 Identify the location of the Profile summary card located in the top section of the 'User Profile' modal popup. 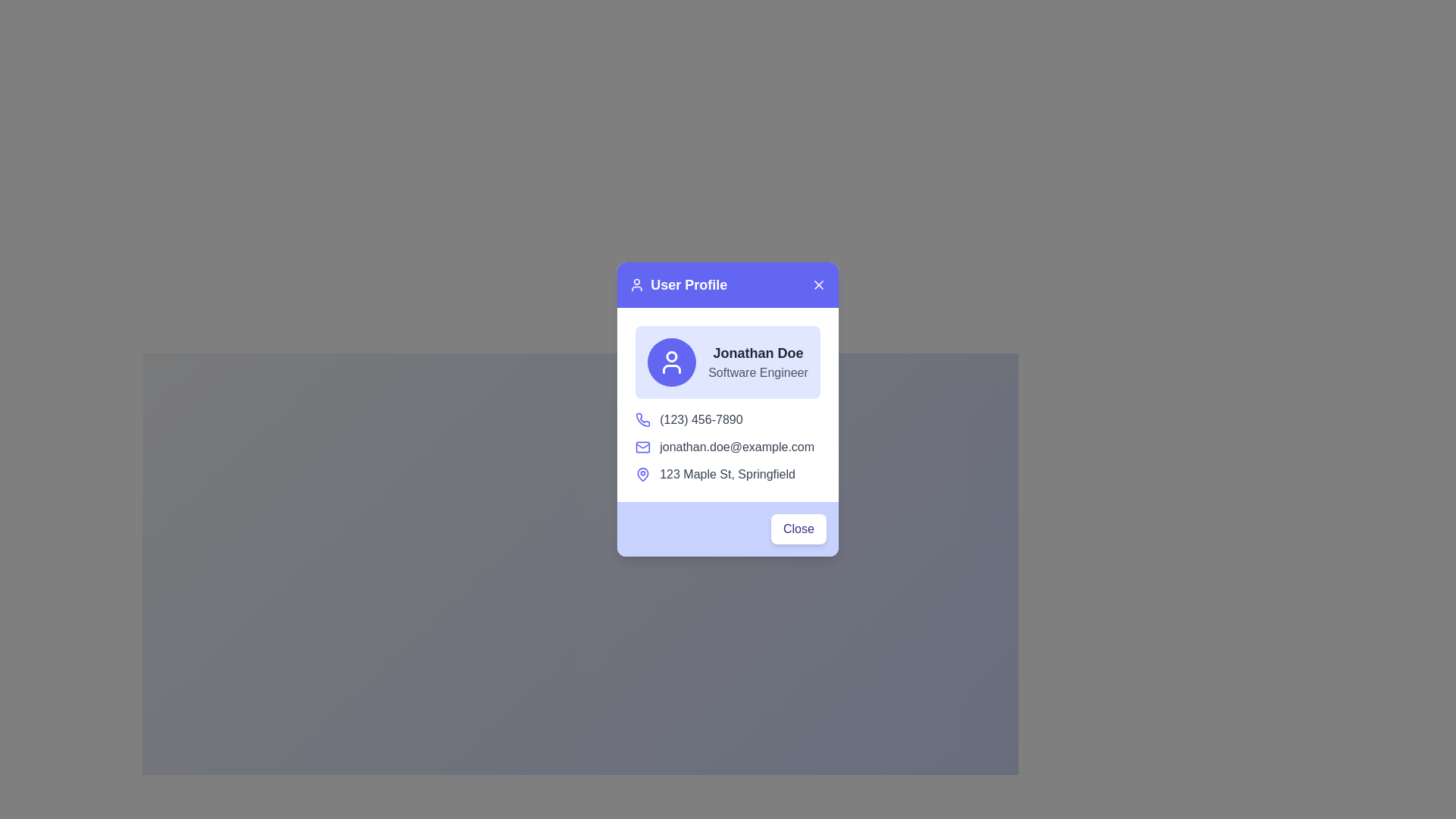
(728, 362).